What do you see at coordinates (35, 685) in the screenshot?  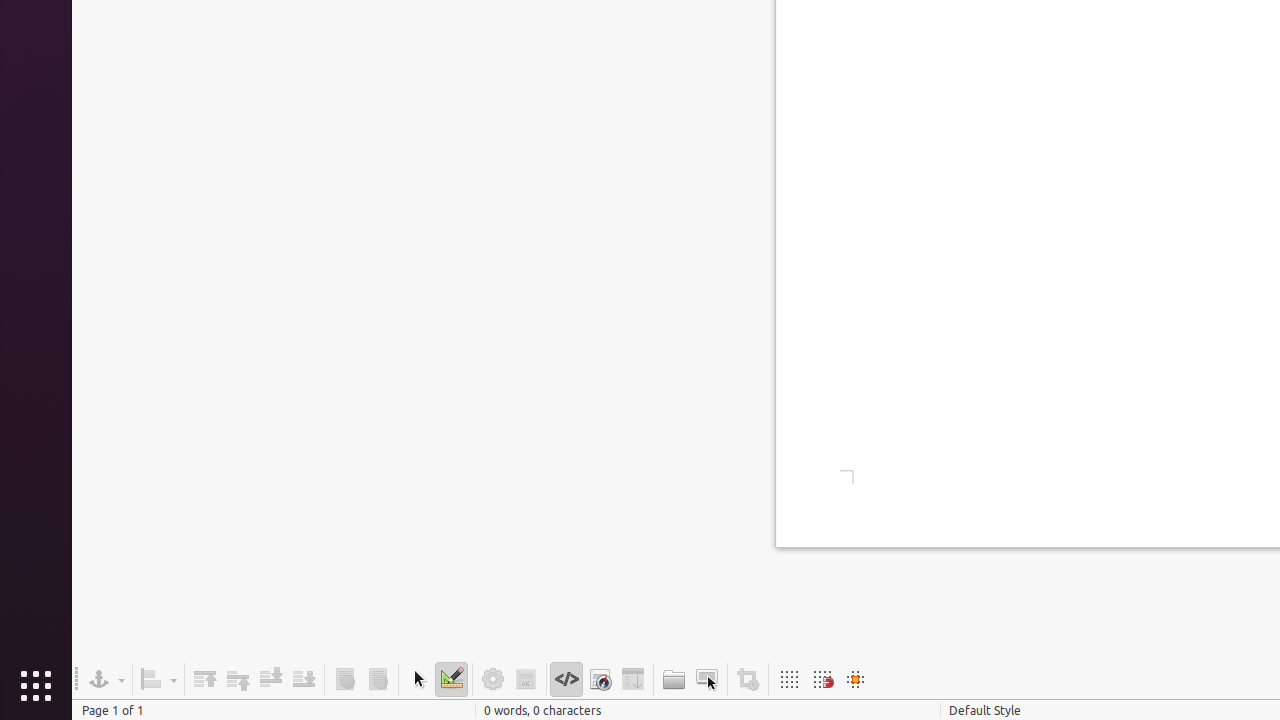 I see `'Show Applications'` at bounding box center [35, 685].